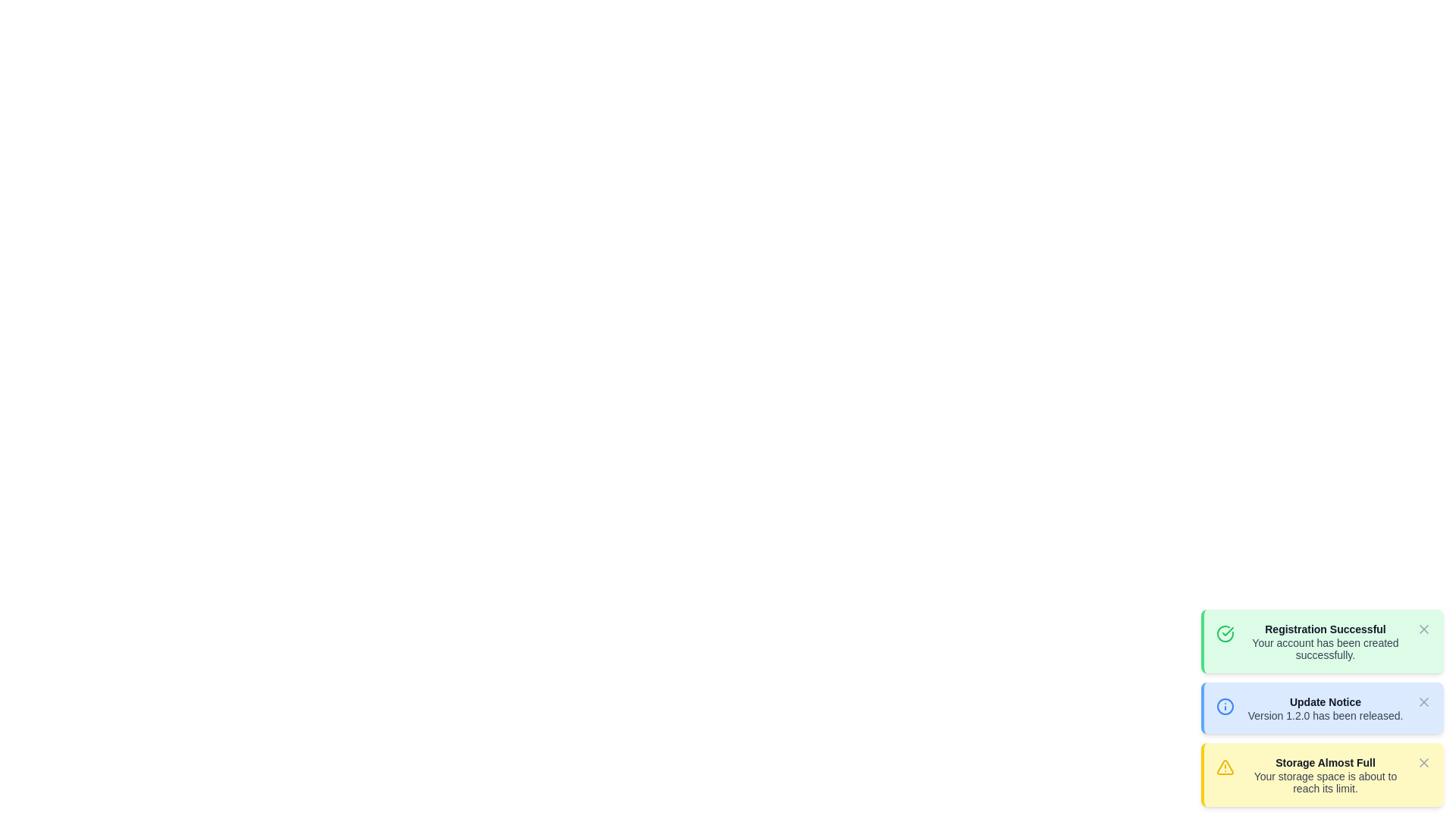 This screenshot has width=1456, height=819. Describe the element at coordinates (1324, 701) in the screenshot. I see `text label 'Update Notice' located in the notification panel on the right side of the interface, which is styled with a light blue background` at that location.